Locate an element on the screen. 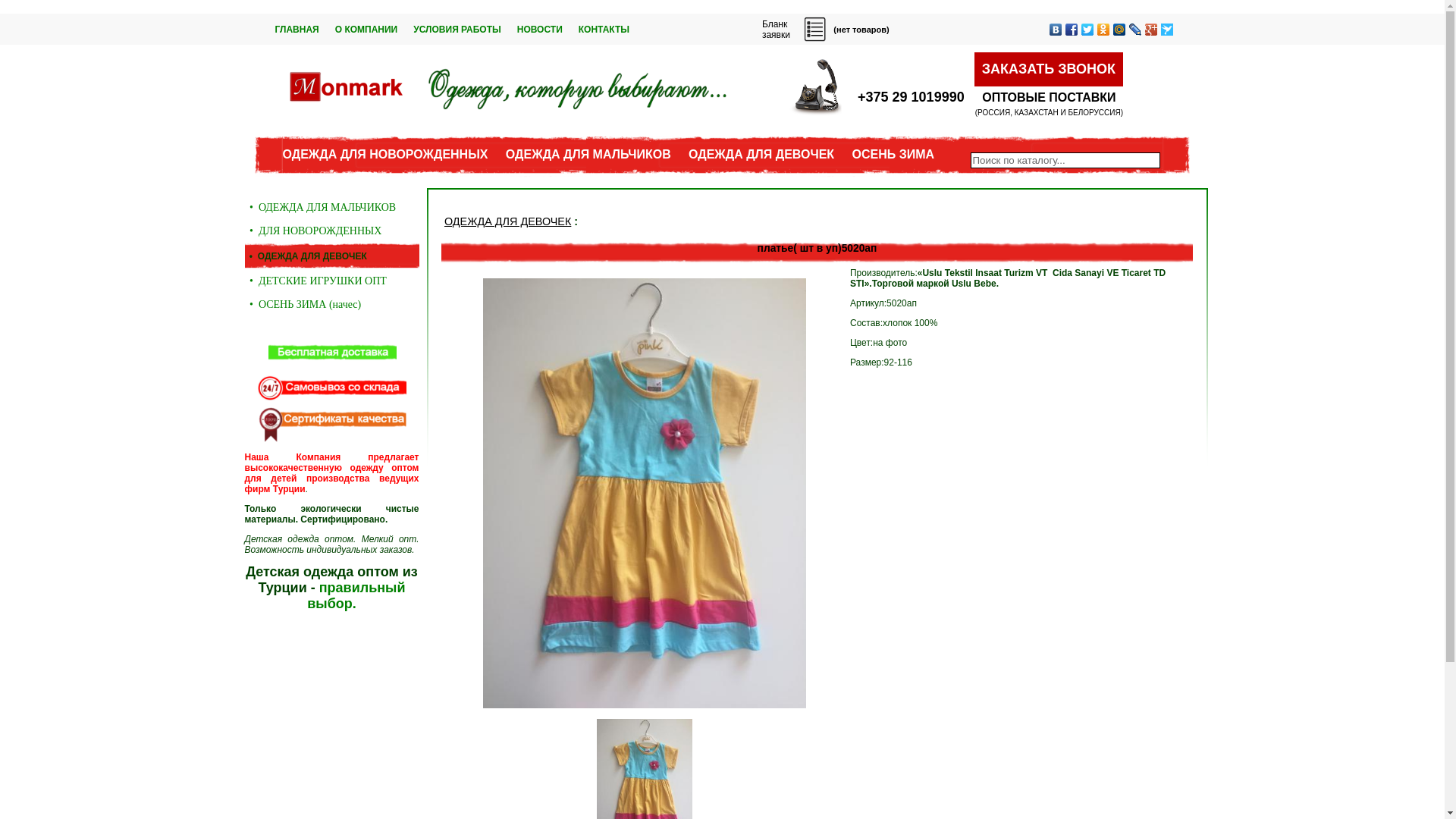 Image resolution: width=1456 pixels, height=819 pixels. 'Facebook' is located at coordinates (1070, 29).